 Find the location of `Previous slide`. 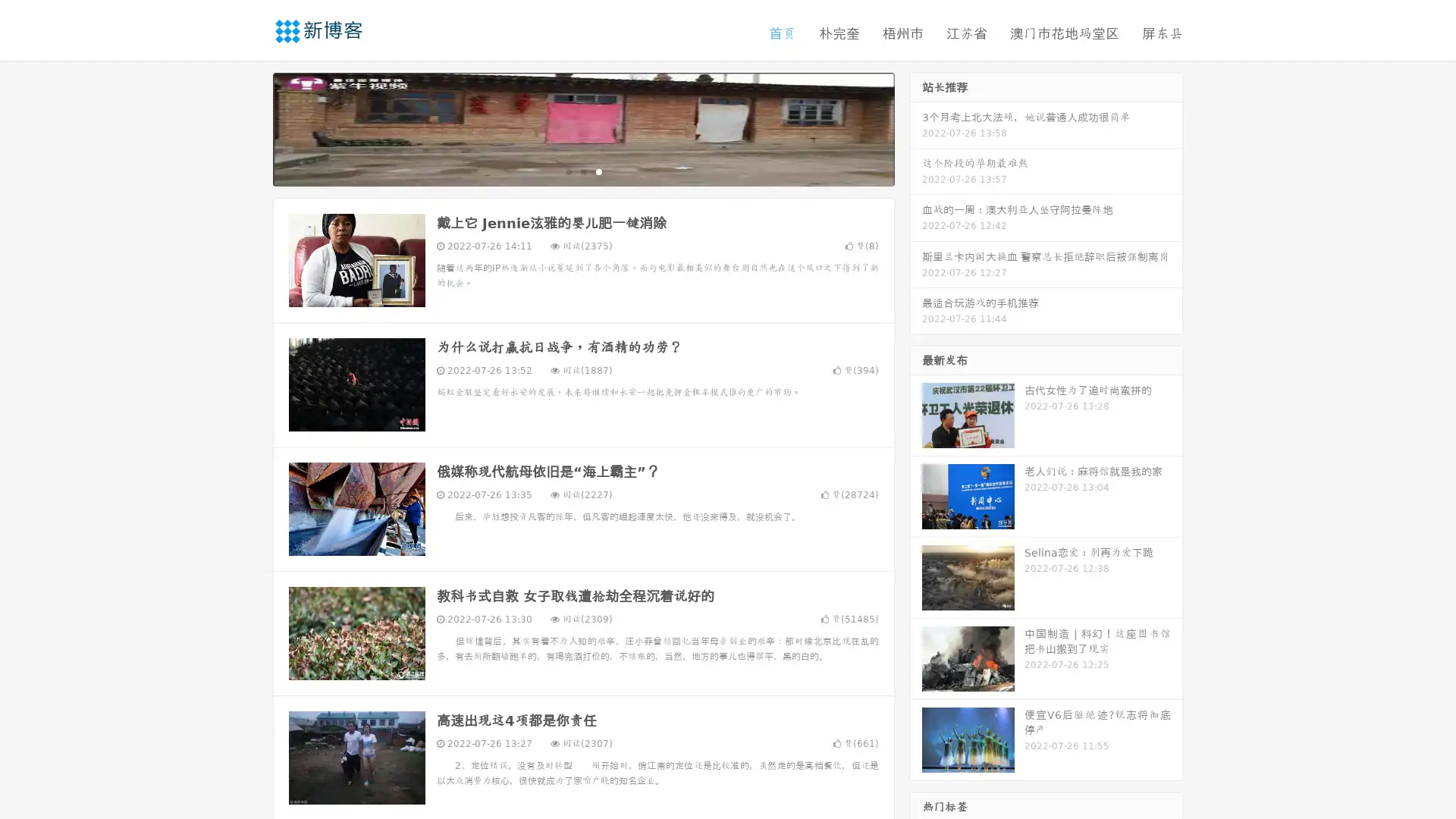

Previous slide is located at coordinates (250, 127).